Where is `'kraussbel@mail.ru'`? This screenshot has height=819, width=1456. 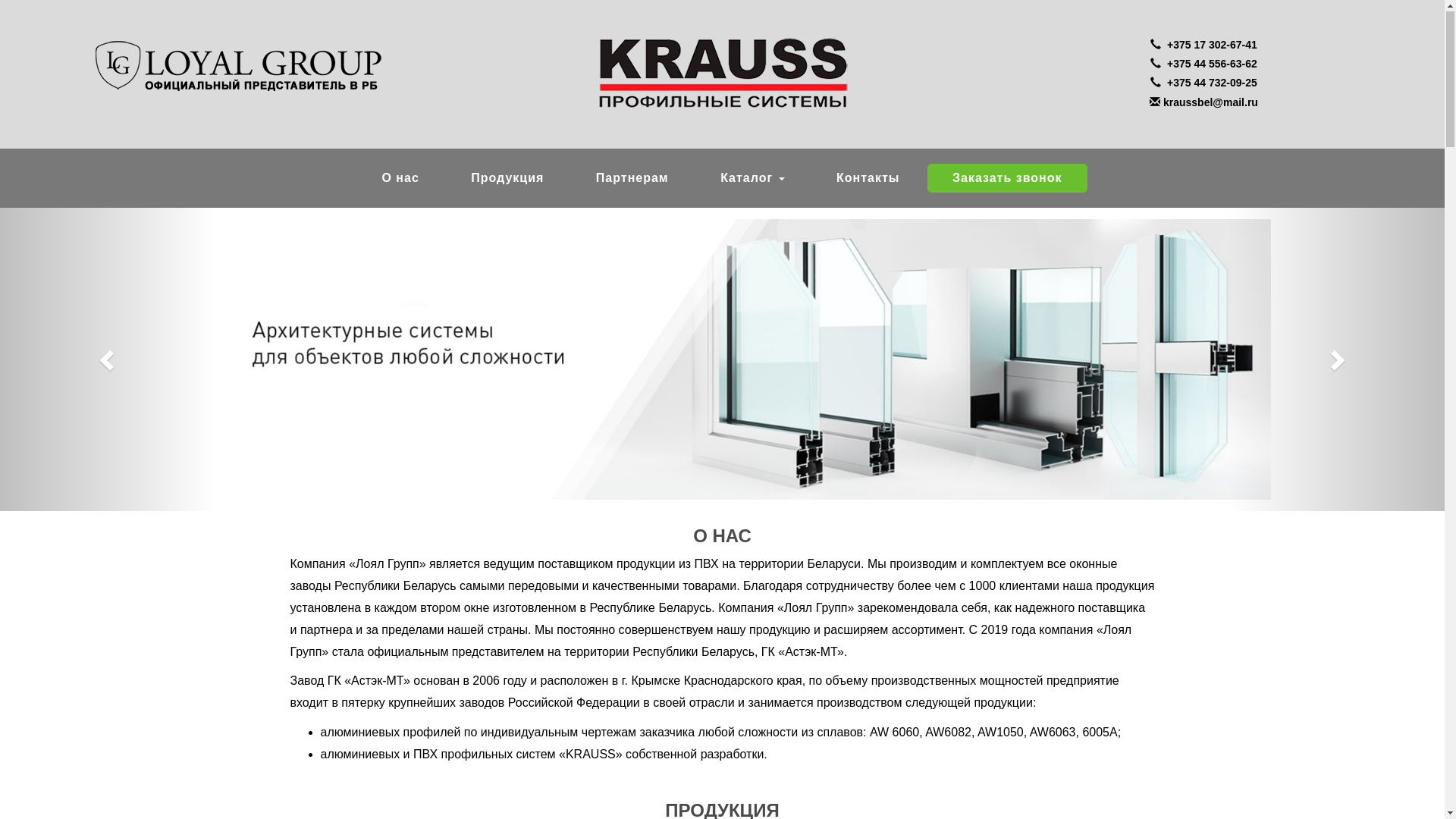
'kraussbel@mail.ru' is located at coordinates (1203, 102).